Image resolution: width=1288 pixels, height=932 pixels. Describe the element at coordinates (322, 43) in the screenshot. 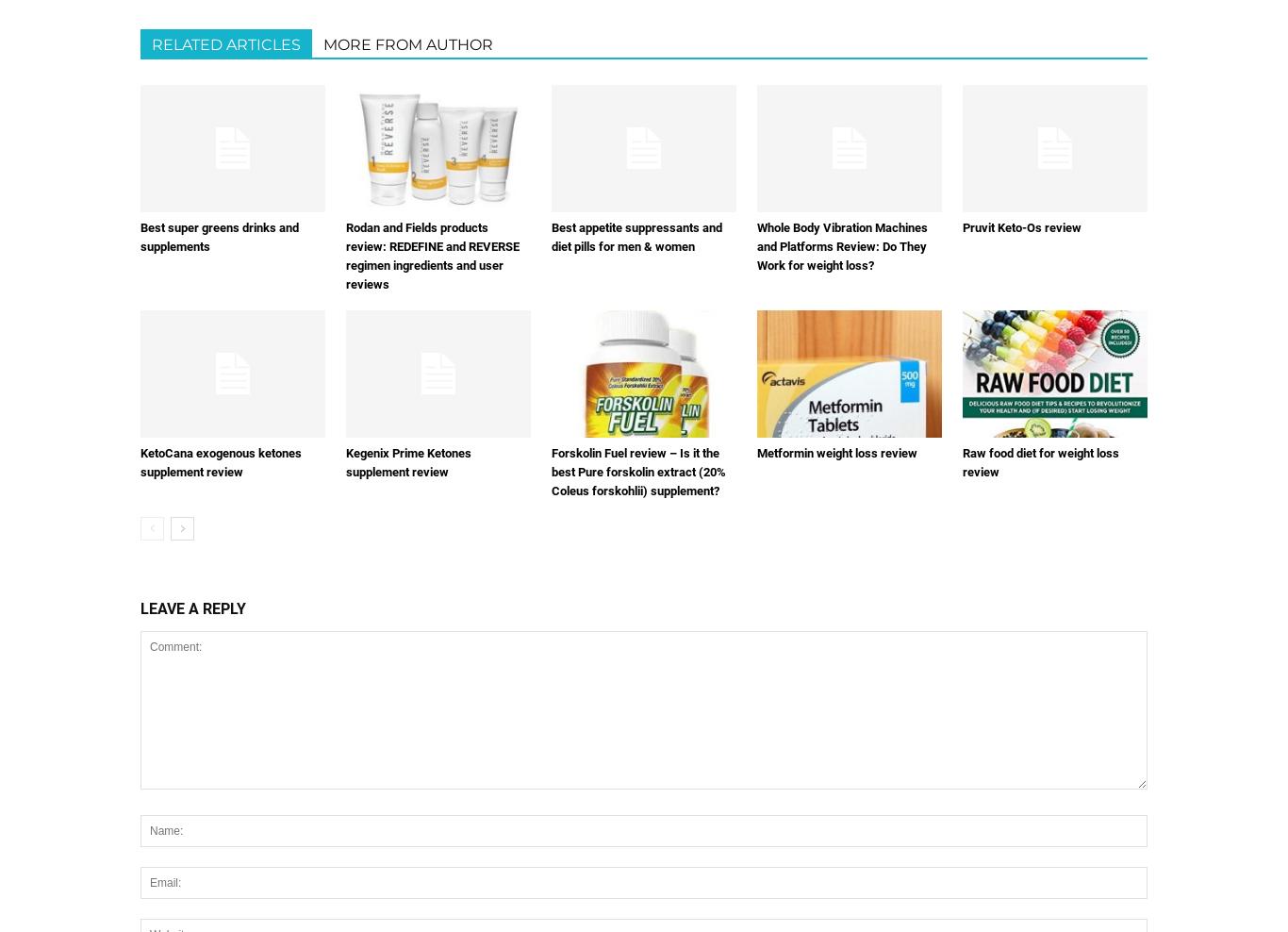

I see `'MORE FROM AUTHOR'` at that location.